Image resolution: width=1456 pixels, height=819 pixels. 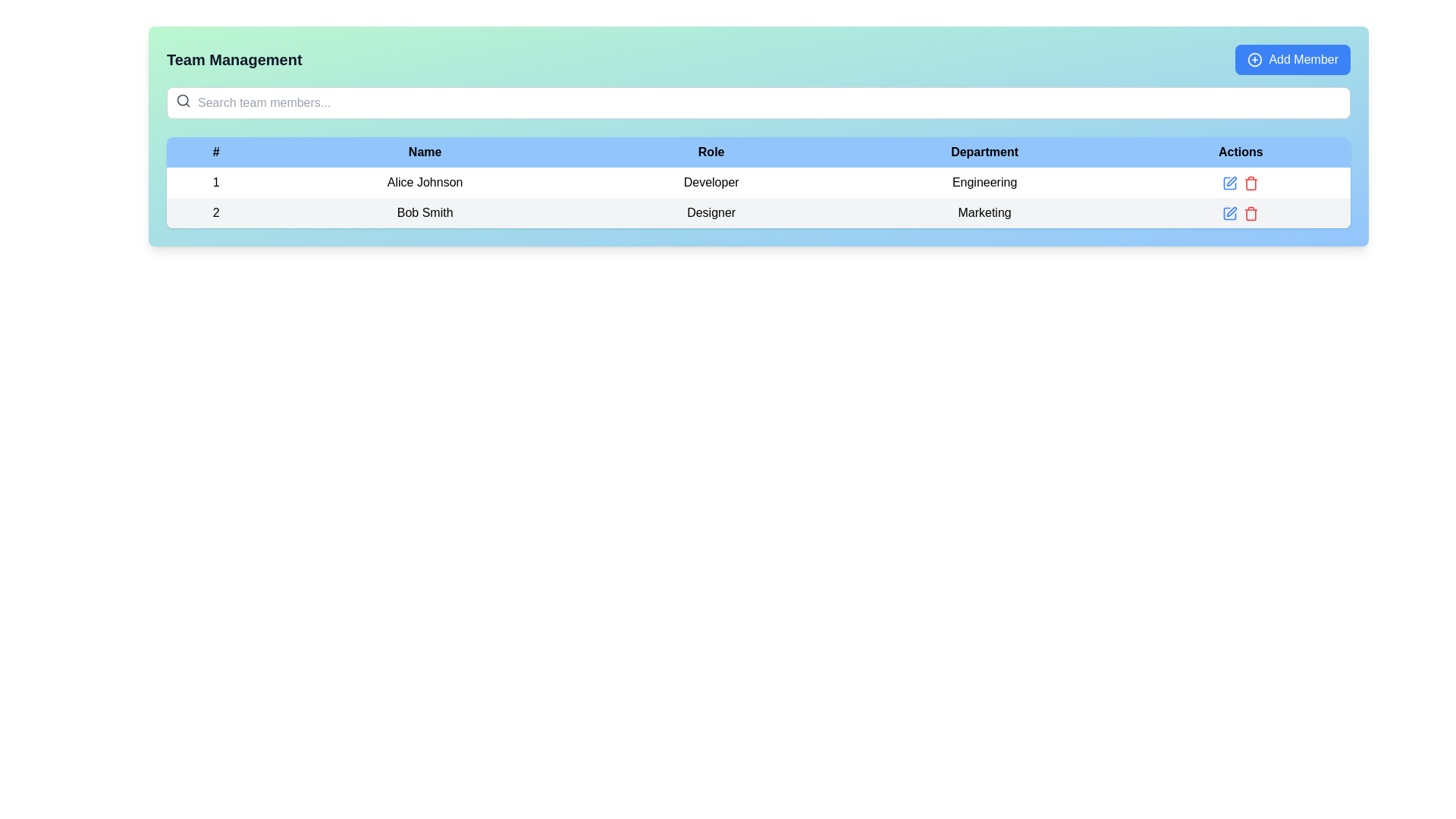 I want to click on the 'Role' column, which displays 'Designer' for the individual 'Bob Smith' in the second entry of the table, so click(x=711, y=213).